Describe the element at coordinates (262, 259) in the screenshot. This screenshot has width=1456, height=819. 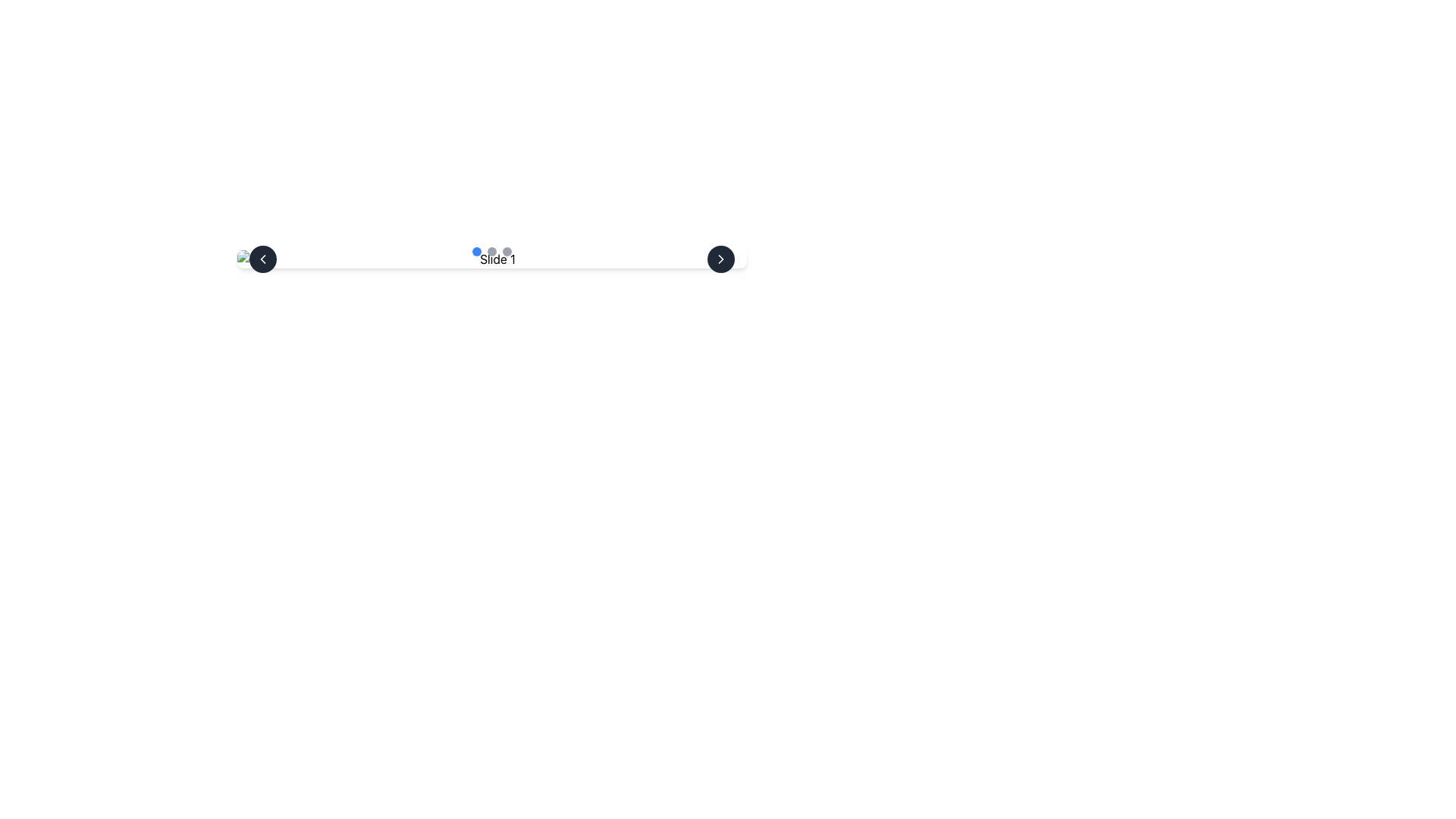
I see `the left-pointing arrow icon encapsulated in a circular button` at that location.